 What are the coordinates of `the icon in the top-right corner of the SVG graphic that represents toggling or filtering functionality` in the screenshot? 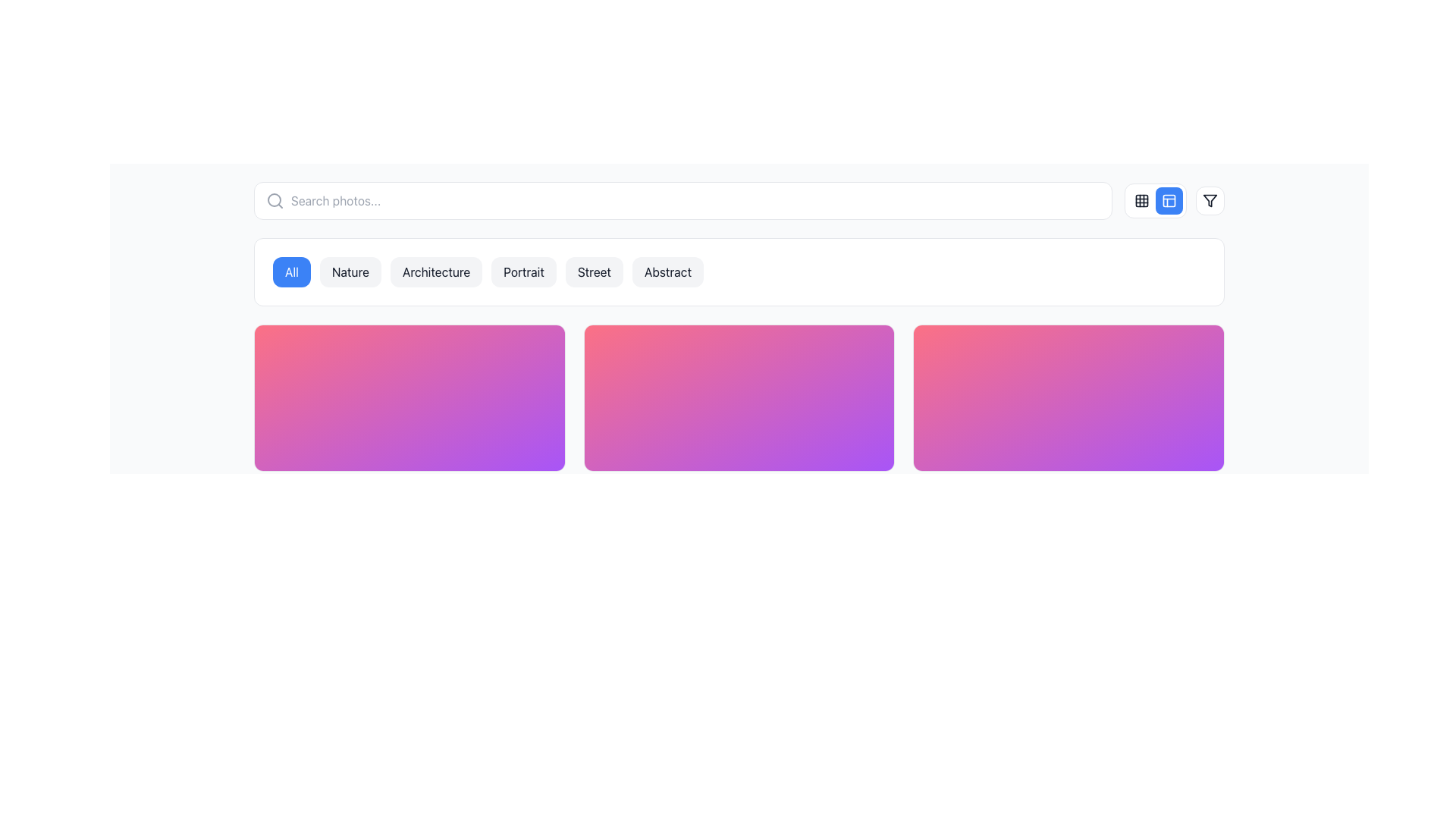 It's located at (1168, 200).